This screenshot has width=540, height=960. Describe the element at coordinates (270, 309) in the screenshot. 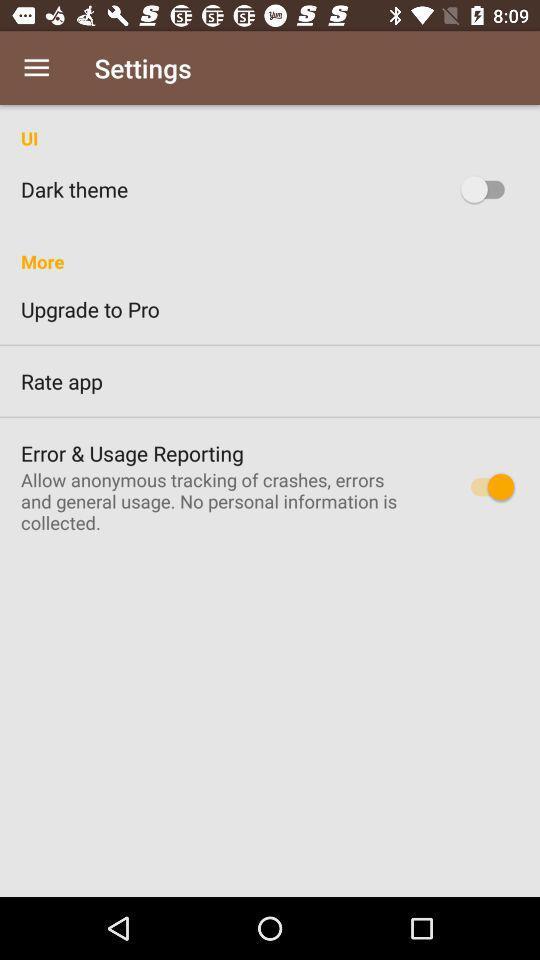

I see `the upgrade to pro` at that location.